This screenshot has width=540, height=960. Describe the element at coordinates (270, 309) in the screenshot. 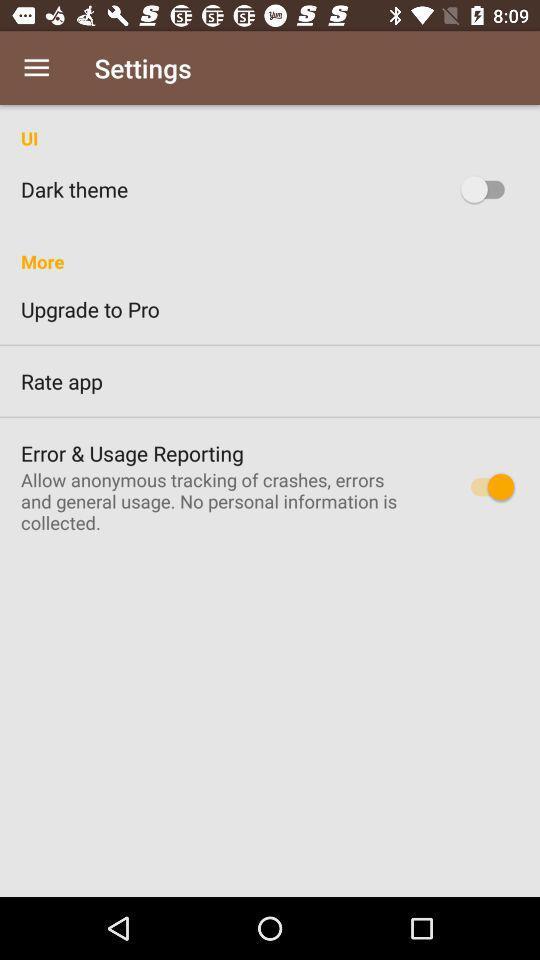

I see `the upgrade to pro` at that location.